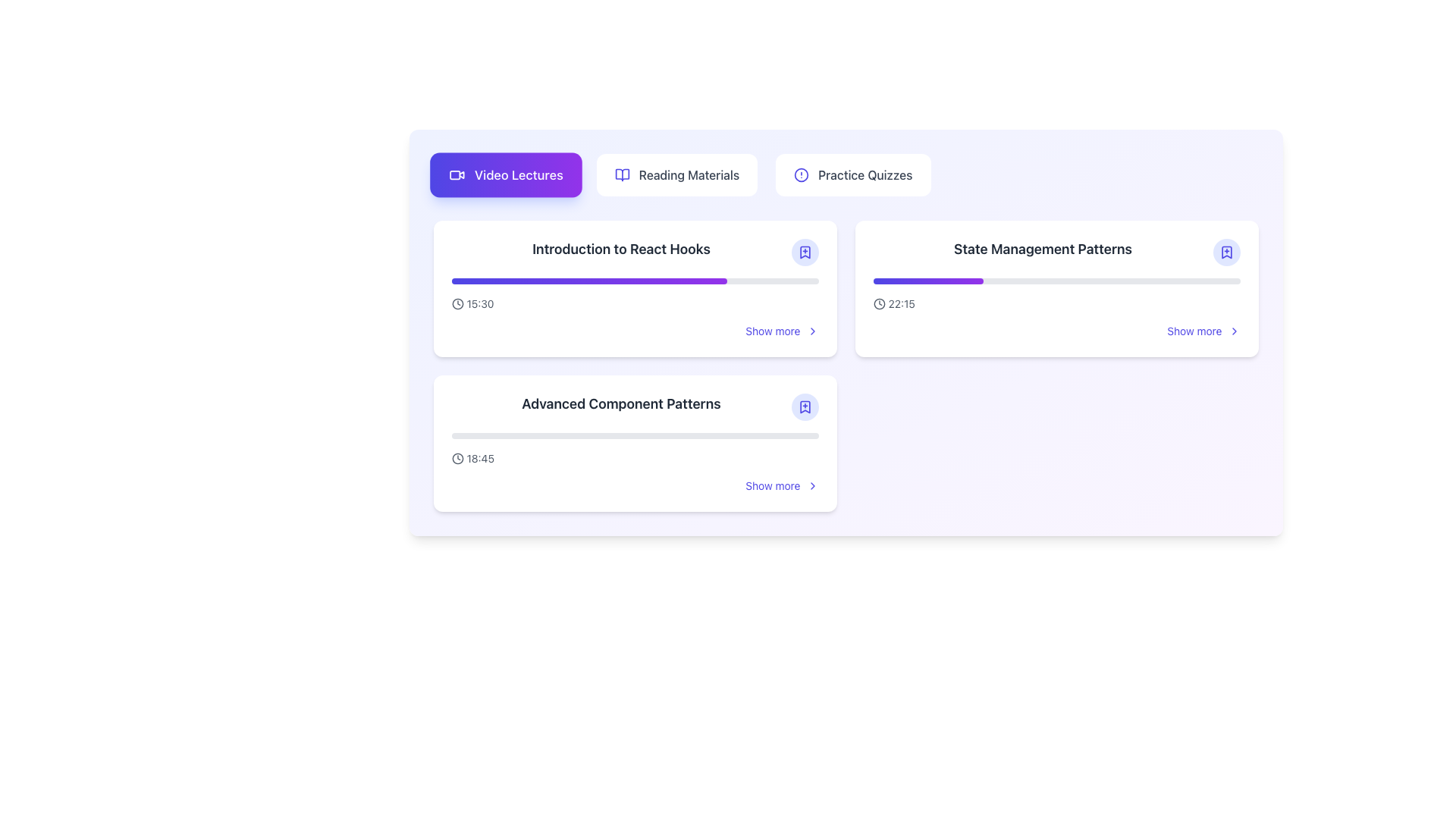 Image resolution: width=1456 pixels, height=819 pixels. I want to click on the static text label within the button component that guides users to practice quizzes, located centrally in a group of buttons near the top-right area of the interface, so click(865, 174).